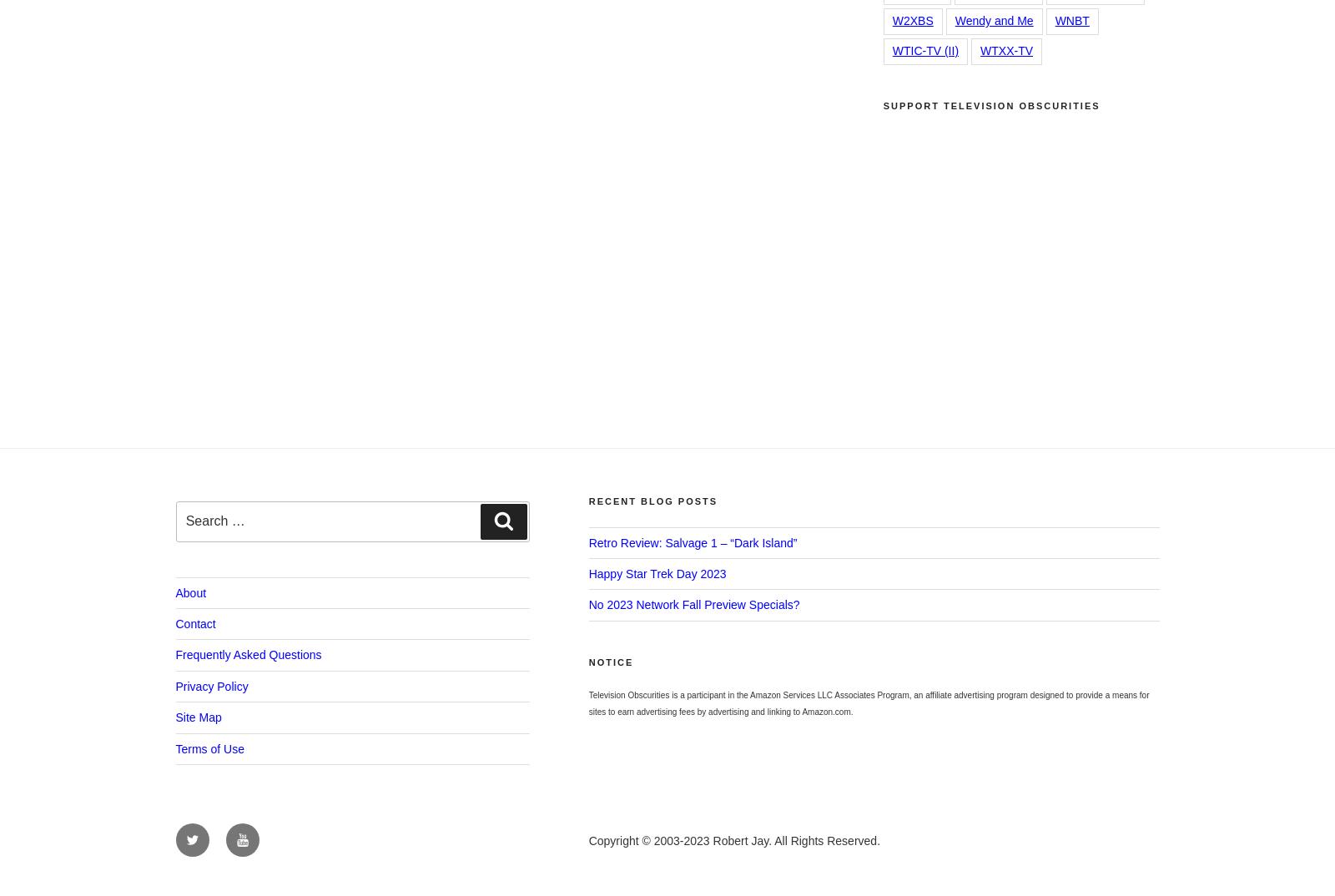 The image size is (1335, 896). What do you see at coordinates (209, 748) in the screenshot?
I see `'Terms of Use'` at bounding box center [209, 748].